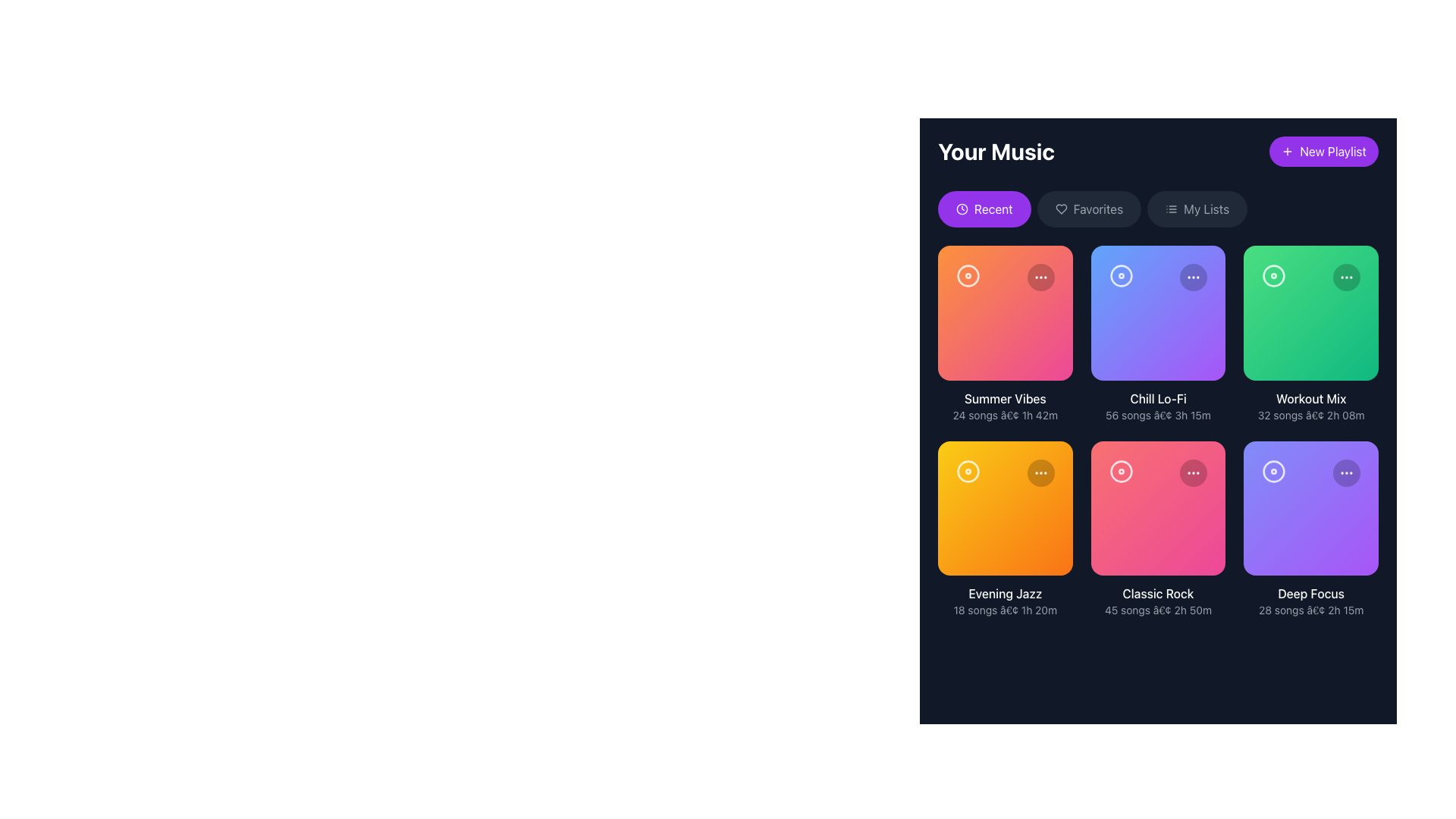 The width and height of the screenshot is (1456, 819). What do you see at coordinates (1310, 601) in the screenshot?
I see `the Text Label displaying 'Deep Focus' with the description '28 songs • 2h 15m', located in the bottom-right cell of a six-item grid layout` at bounding box center [1310, 601].